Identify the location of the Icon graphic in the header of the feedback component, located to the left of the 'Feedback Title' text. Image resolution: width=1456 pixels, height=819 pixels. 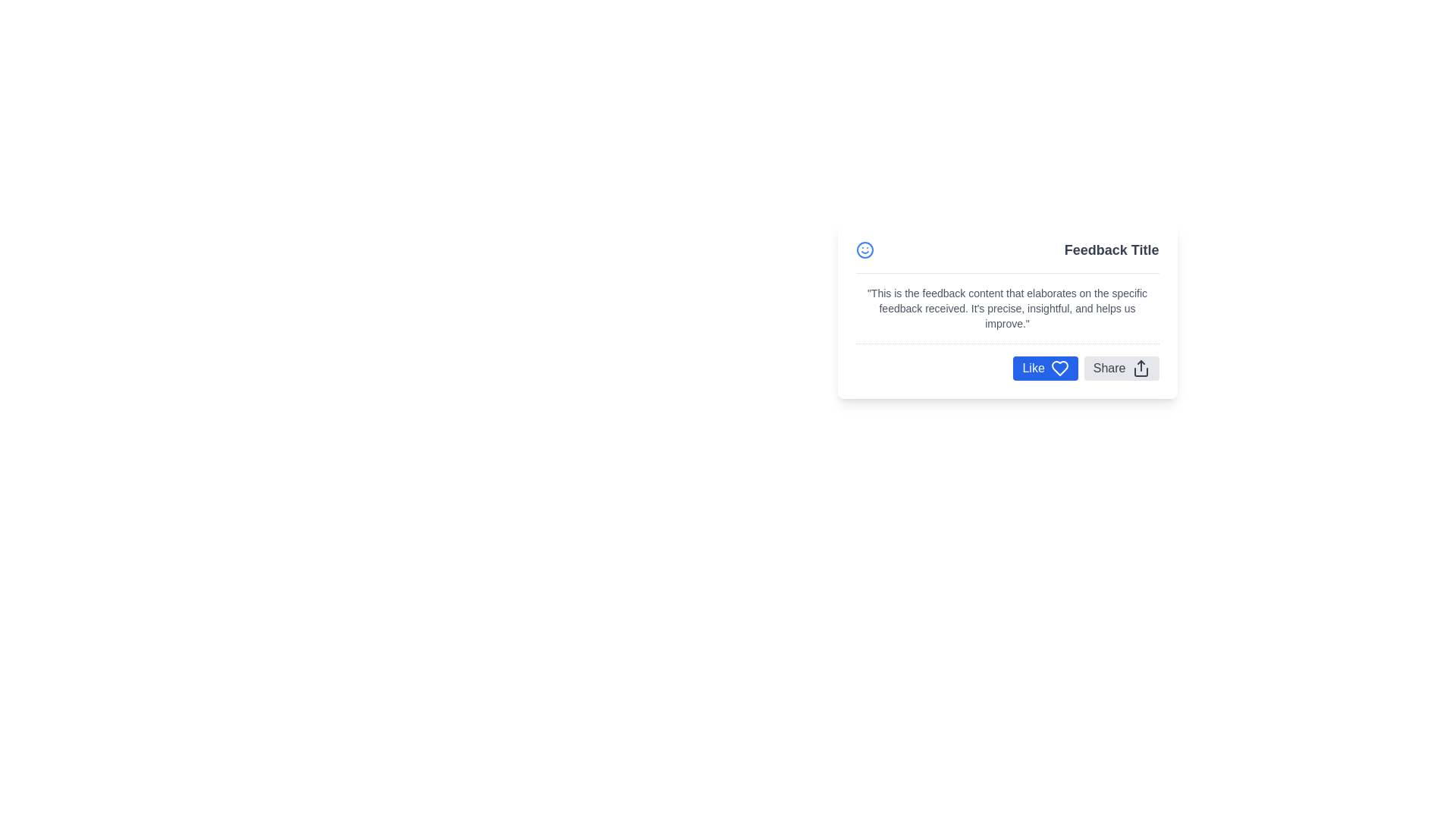
(864, 249).